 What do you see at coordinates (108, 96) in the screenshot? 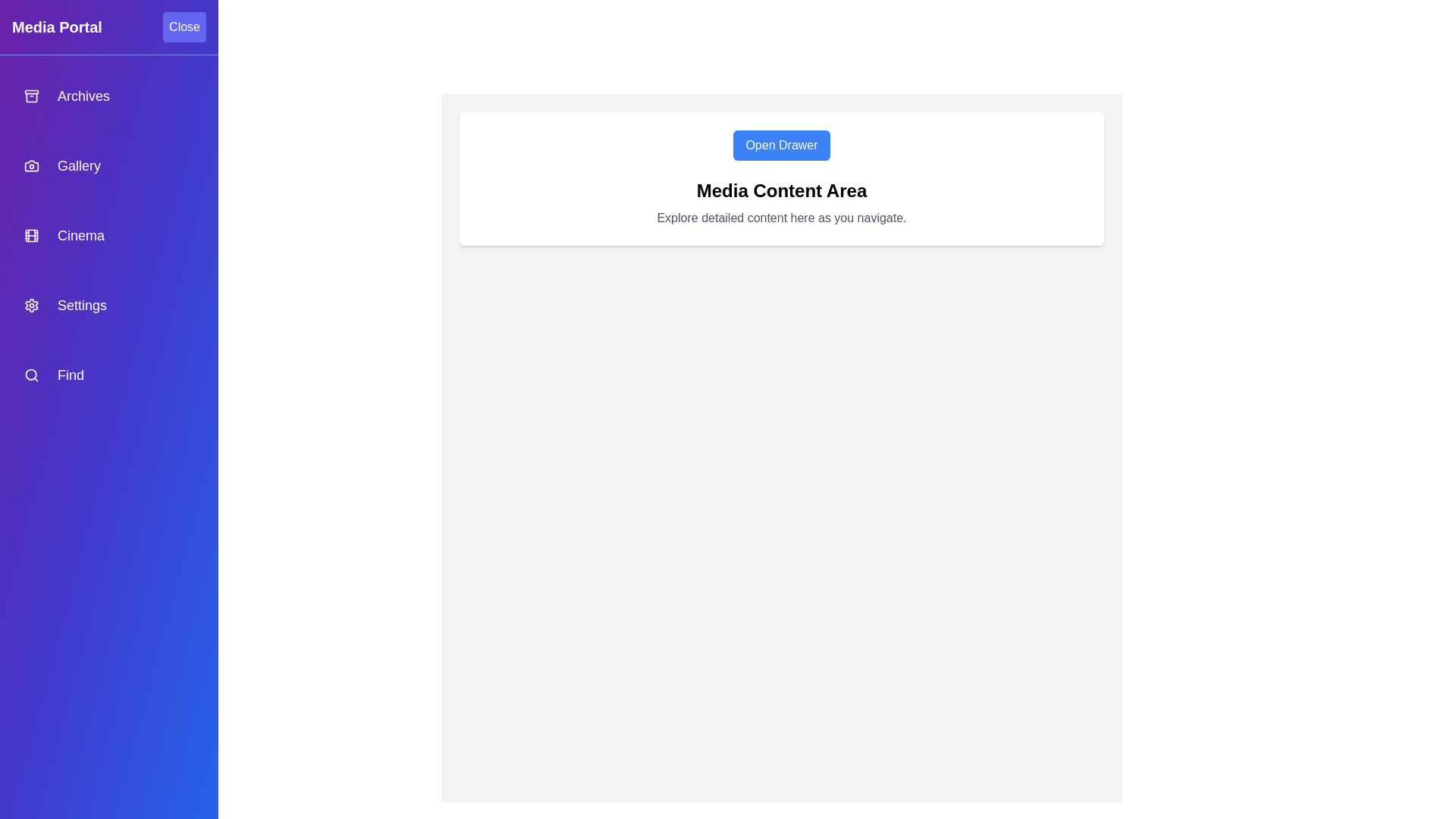
I see `the navigation item labeled Archives` at bounding box center [108, 96].